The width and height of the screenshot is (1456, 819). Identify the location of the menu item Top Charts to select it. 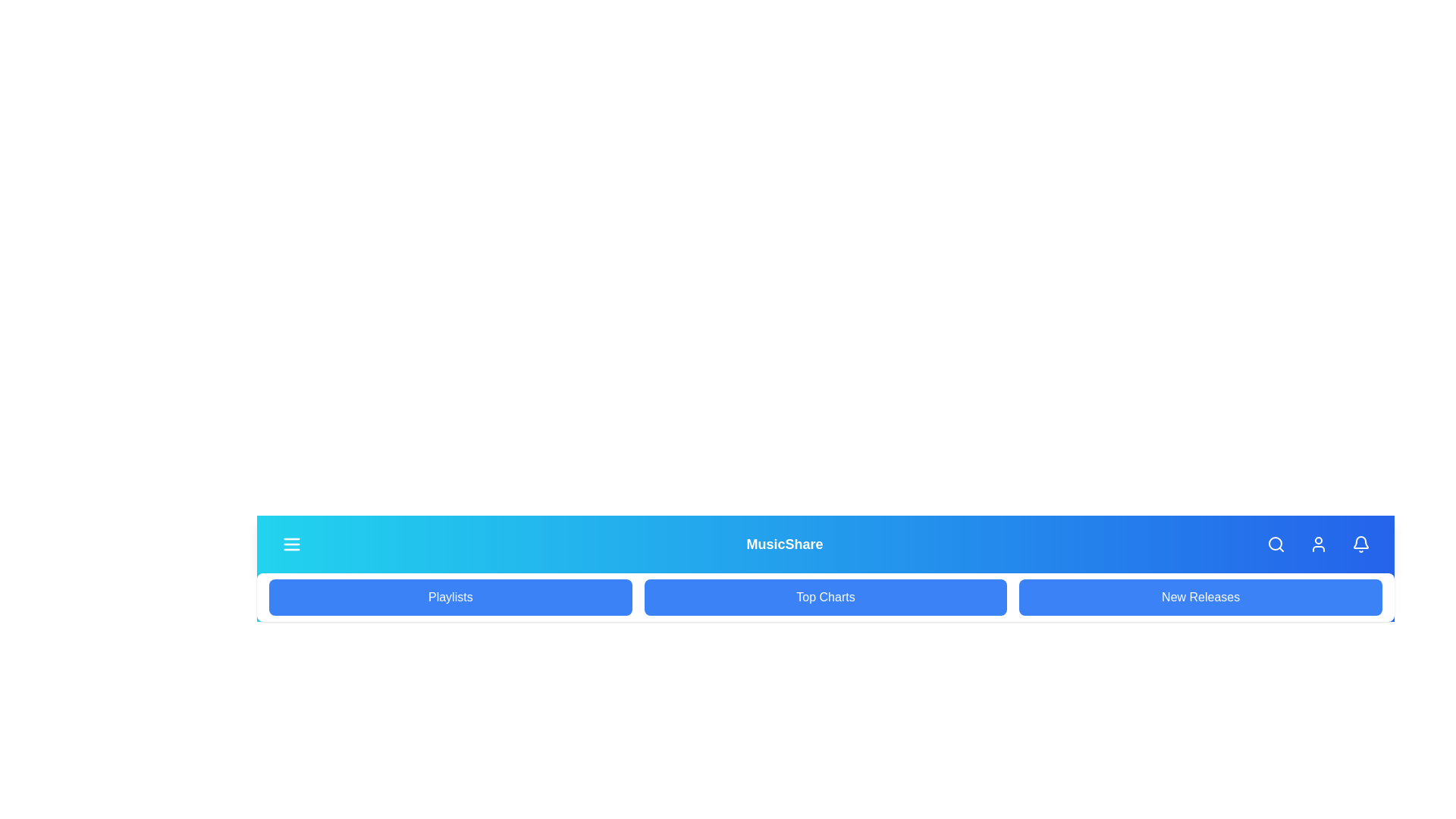
(824, 596).